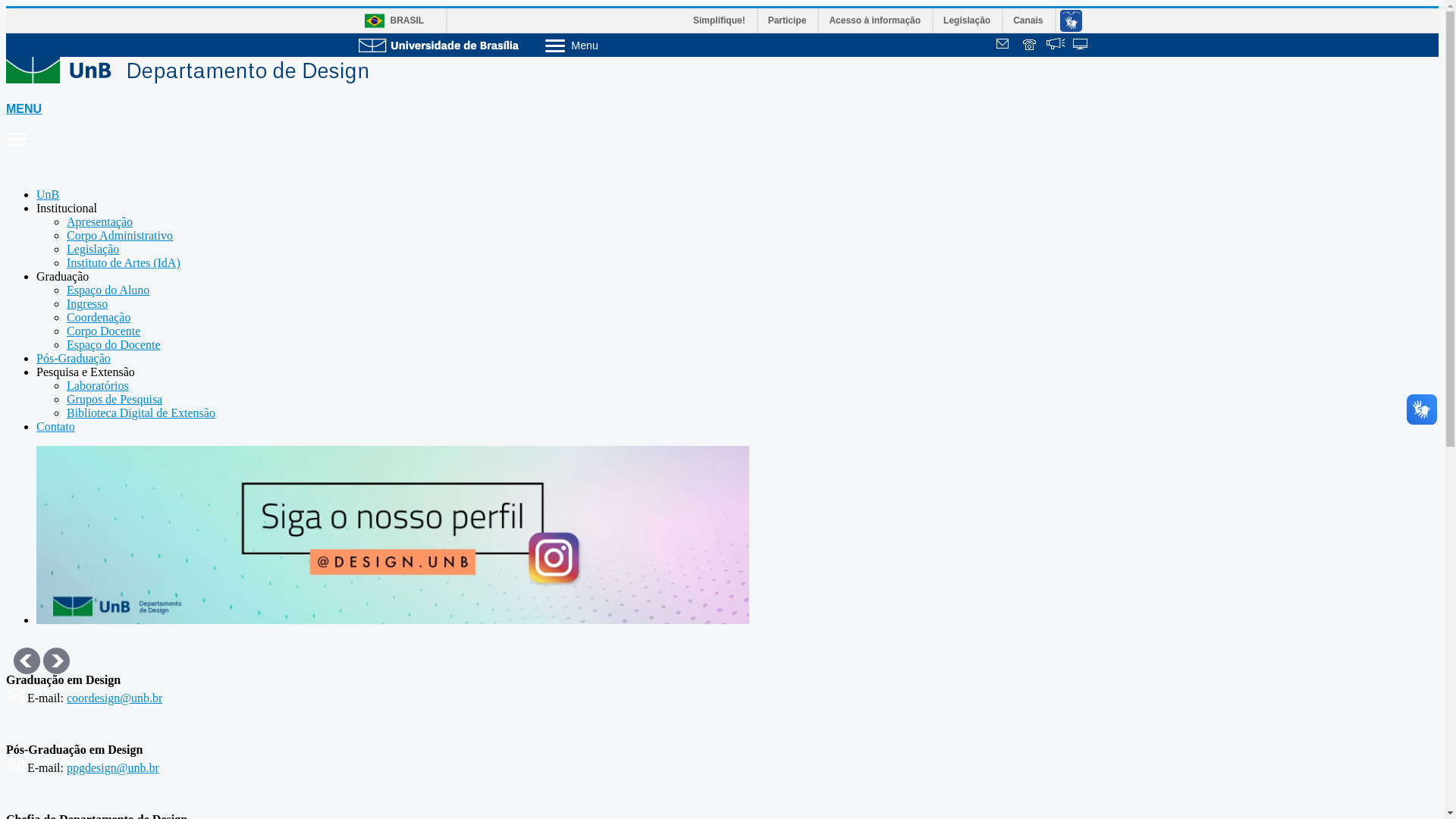 The width and height of the screenshot is (1456, 819). Describe the element at coordinates (55, 426) in the screenshot. I see `'Contato'` at that location.